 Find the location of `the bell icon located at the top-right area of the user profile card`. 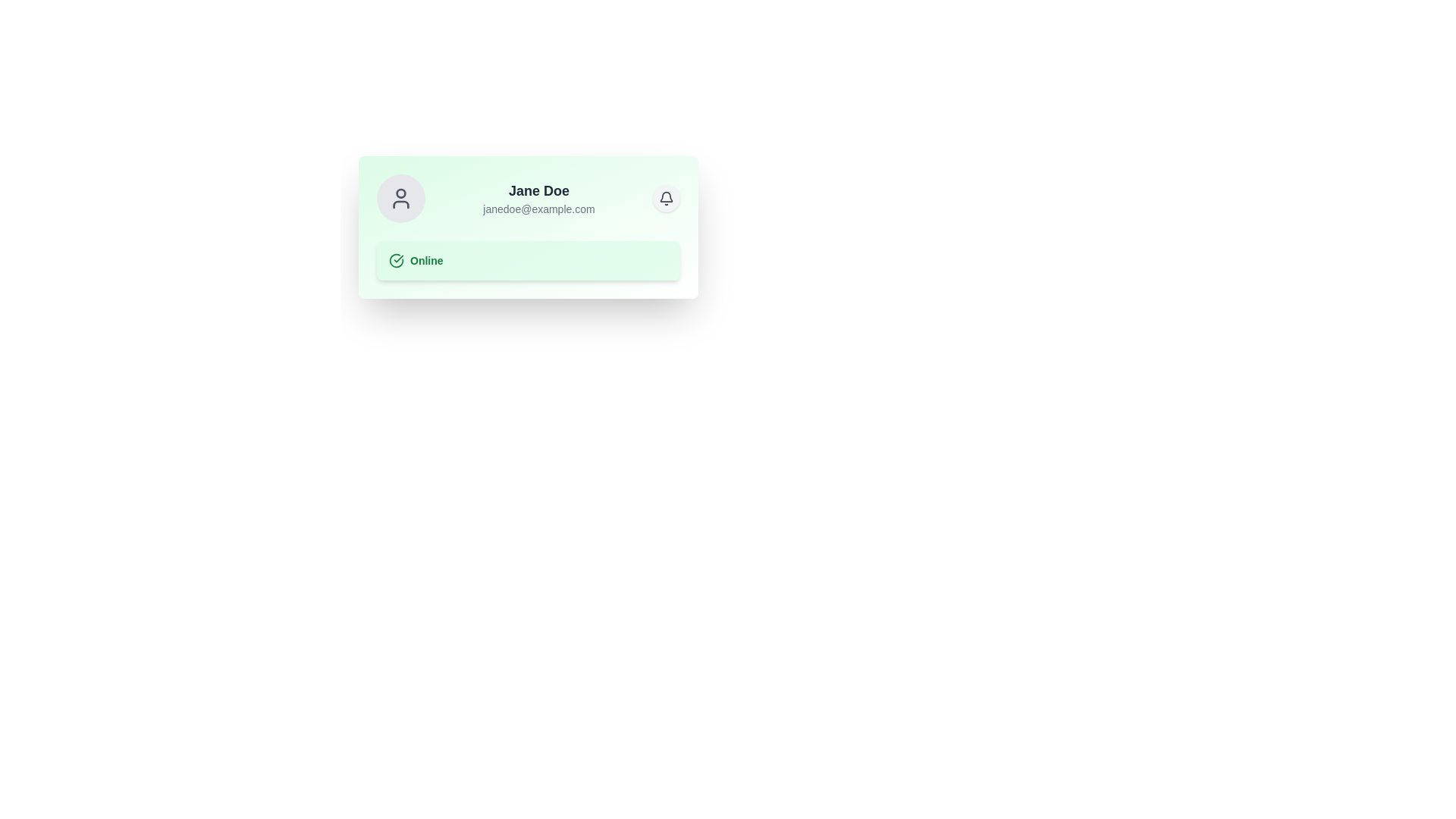

the bell icon located at the top-right area of the user profile card is located at coordinates (666, 198).